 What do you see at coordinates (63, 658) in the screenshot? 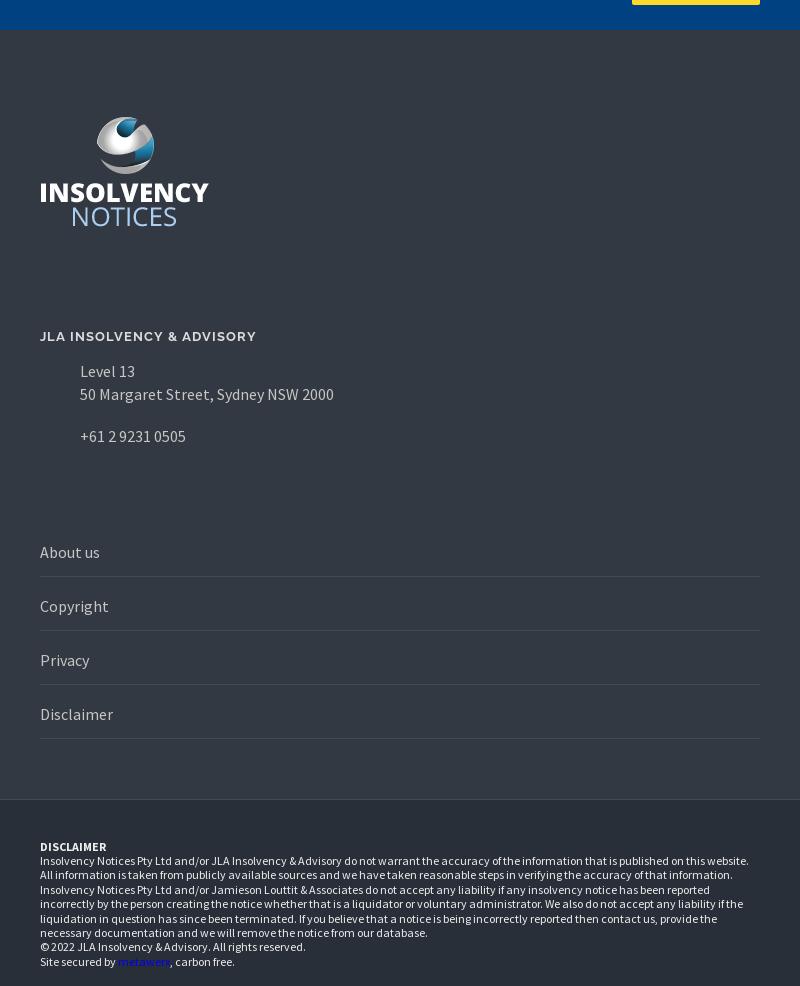
I see `'Privacy'` at bounding box center [63, 658].